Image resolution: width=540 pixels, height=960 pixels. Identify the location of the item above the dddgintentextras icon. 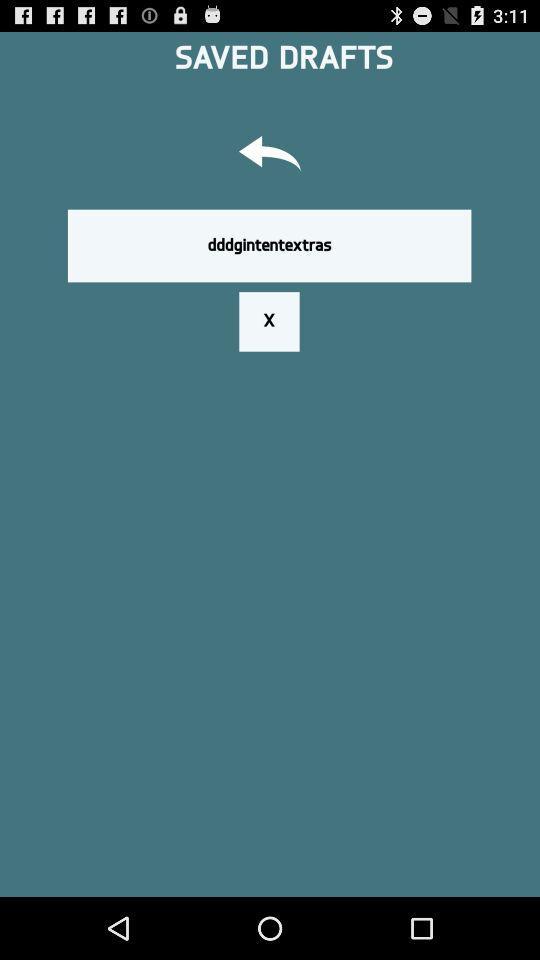
(270, 155).